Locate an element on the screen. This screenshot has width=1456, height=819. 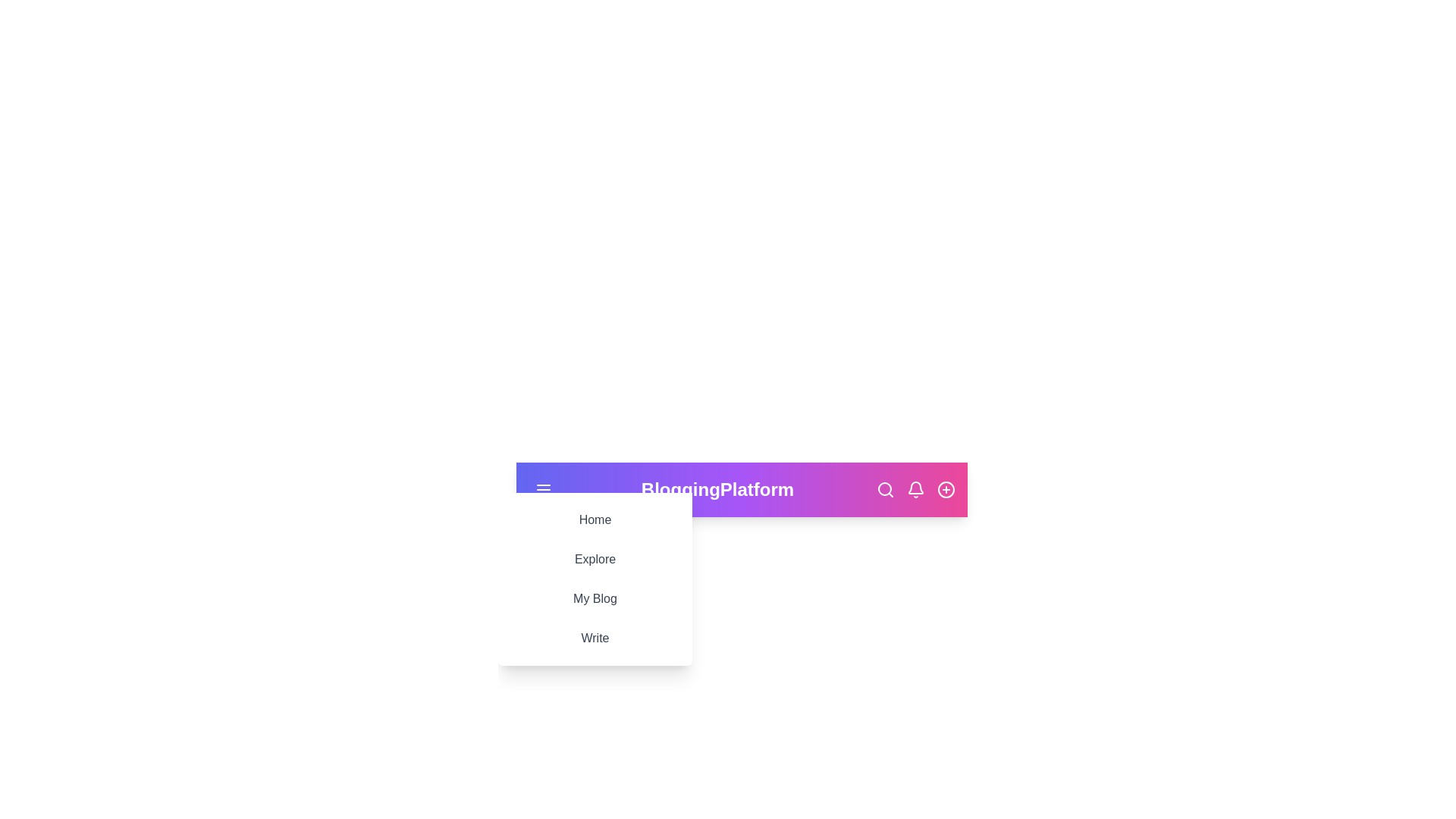
the 'add new item' icon in the BloggingAppBar is located at coordinates (946, 489).